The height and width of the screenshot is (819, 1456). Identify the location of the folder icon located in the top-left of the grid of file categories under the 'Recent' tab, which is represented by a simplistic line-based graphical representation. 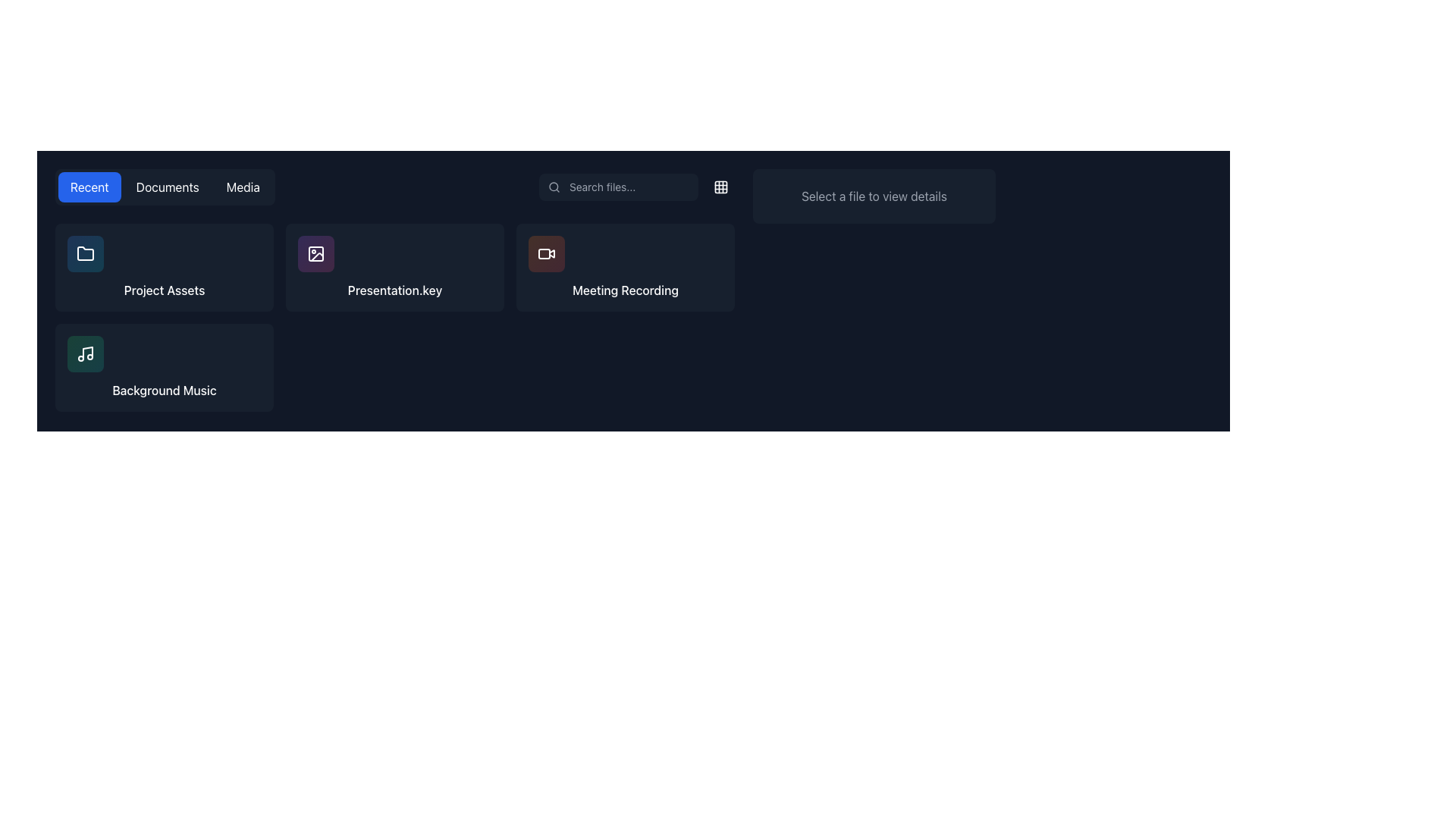
(85, 253).